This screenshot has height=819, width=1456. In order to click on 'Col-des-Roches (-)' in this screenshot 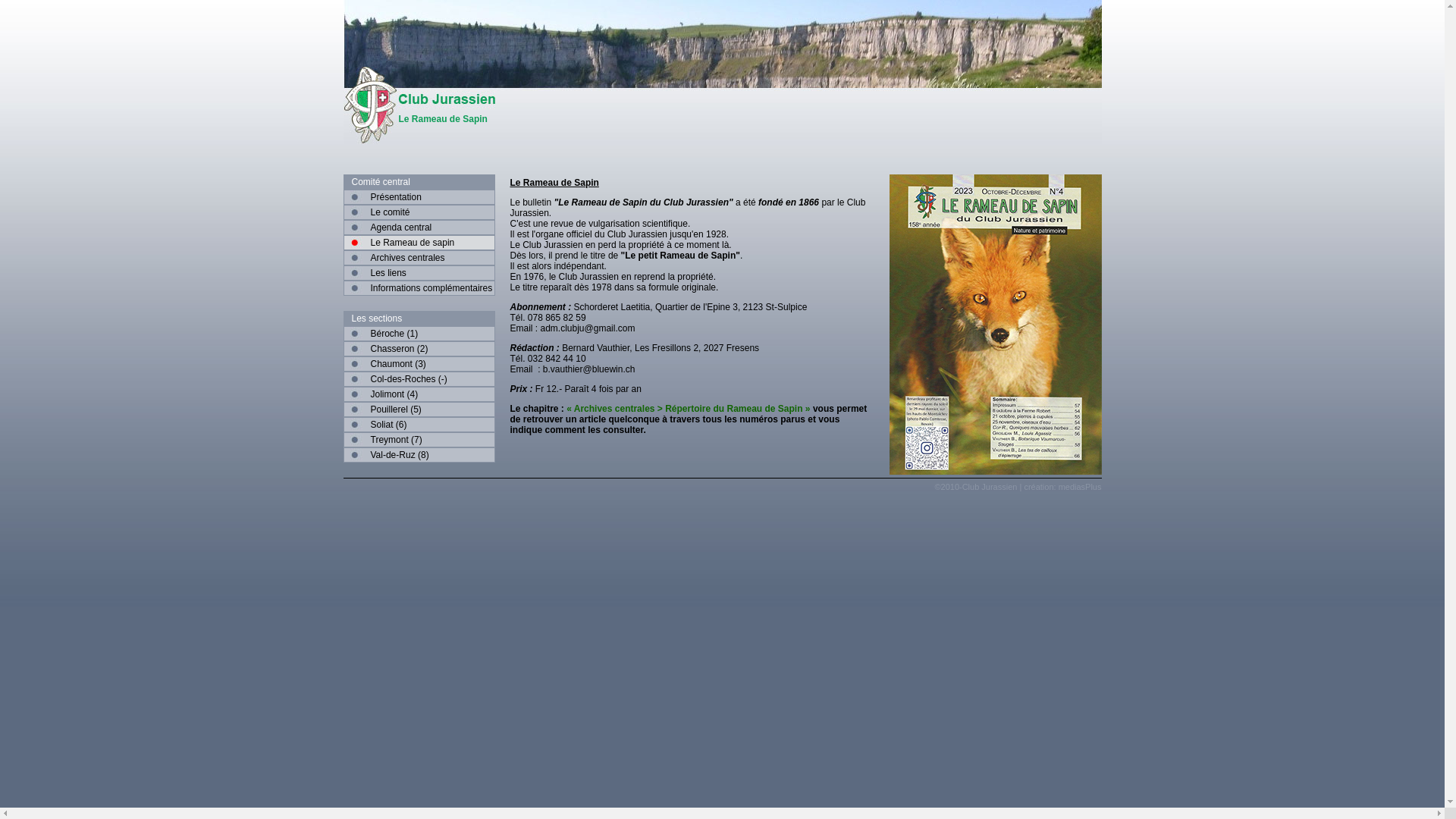, I will do `click(419, 378)`.